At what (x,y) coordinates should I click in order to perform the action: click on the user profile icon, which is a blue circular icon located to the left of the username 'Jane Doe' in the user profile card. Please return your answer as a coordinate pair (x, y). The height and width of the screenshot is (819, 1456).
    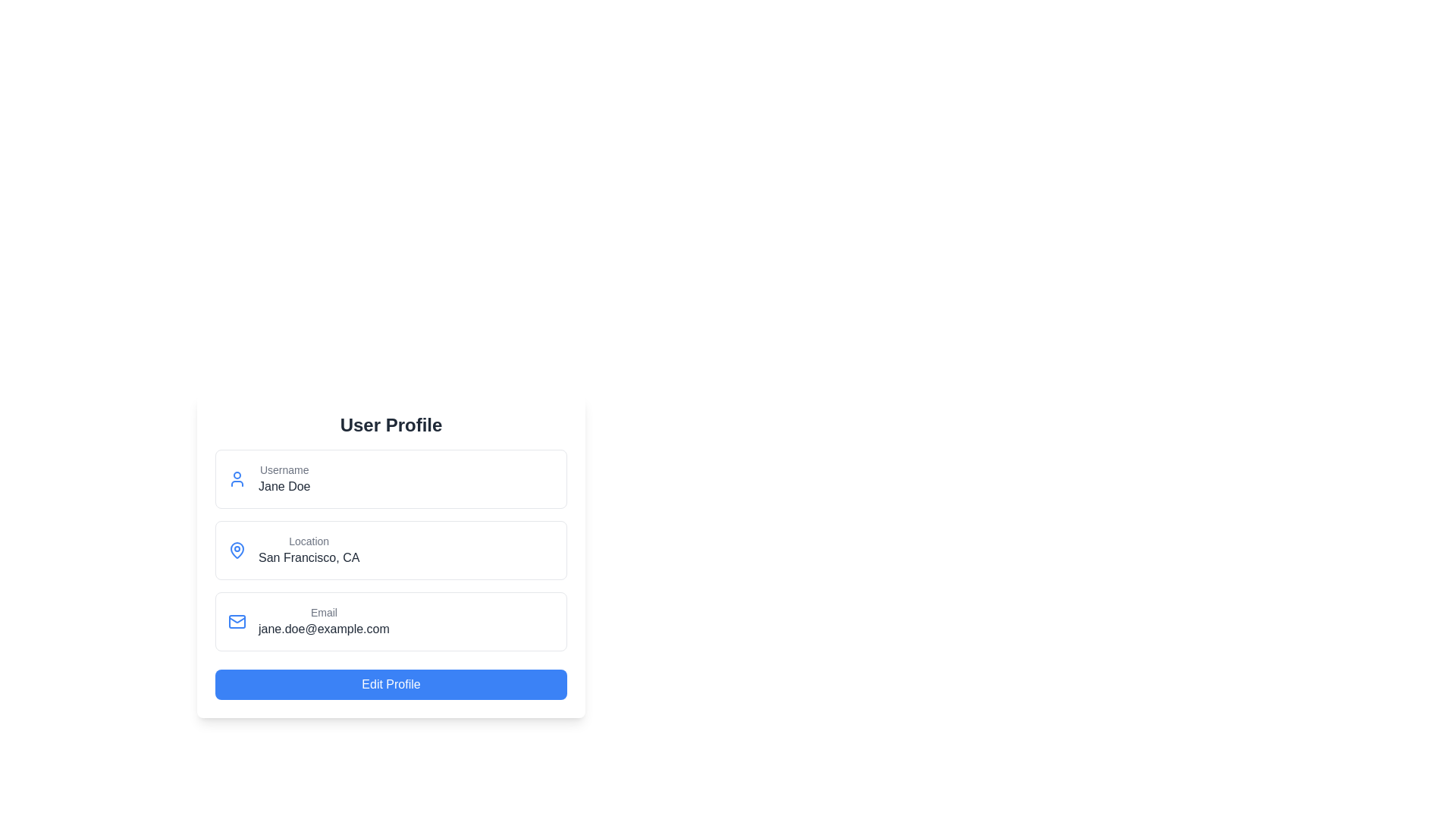
    Looking at the image, I should click on (236, 479).